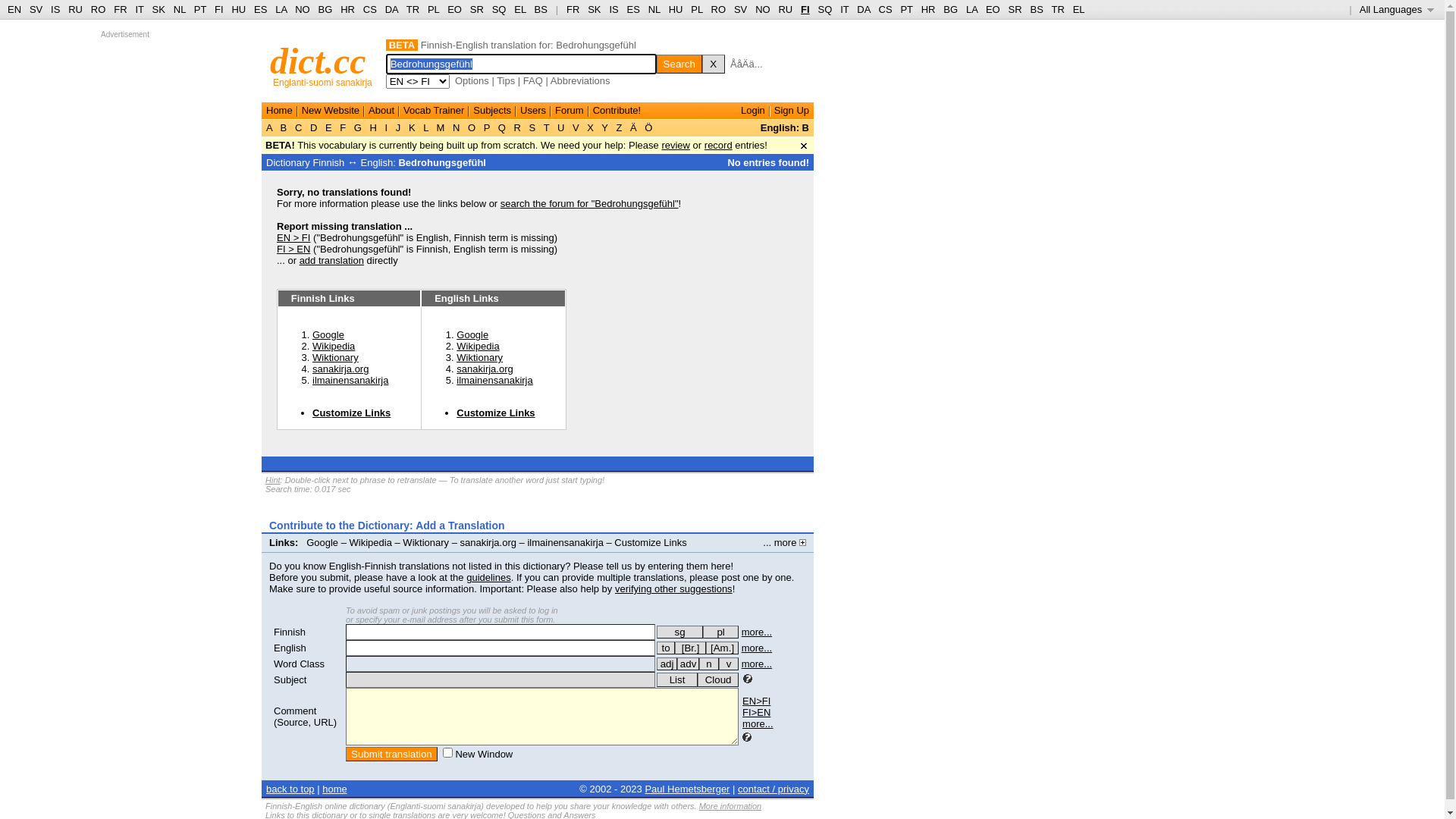 Image resolution: width=1456 pixels, height=819 pixels. Describe the element at coordinates (97, 9) in the screenshot. I see `'RO'` at that location.